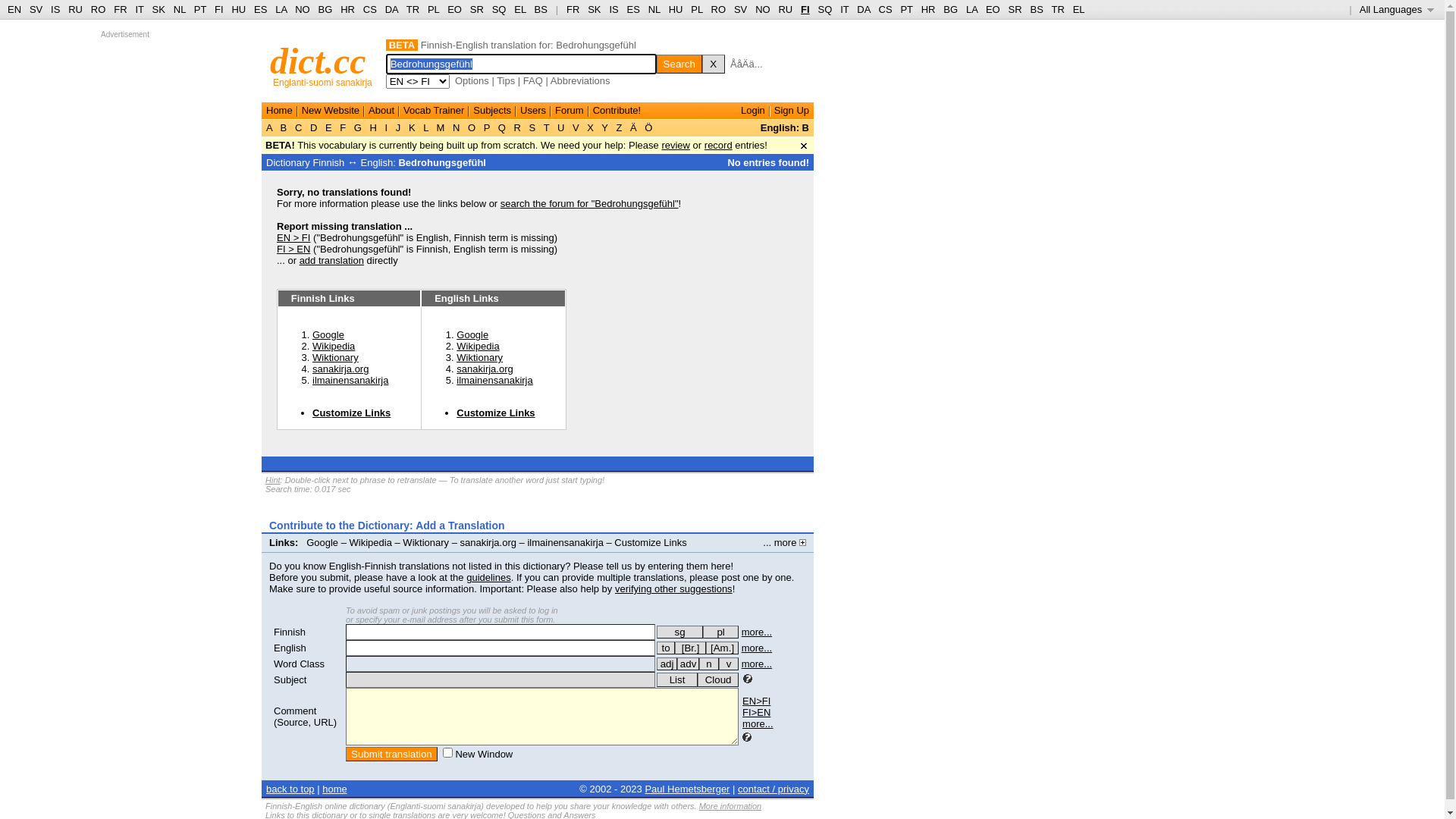 Image resolution: width=1456 pixels, height=819 pixels. Describe the element at coordinates (97, 9) in the screenshot. I see `'RO'` at that location.